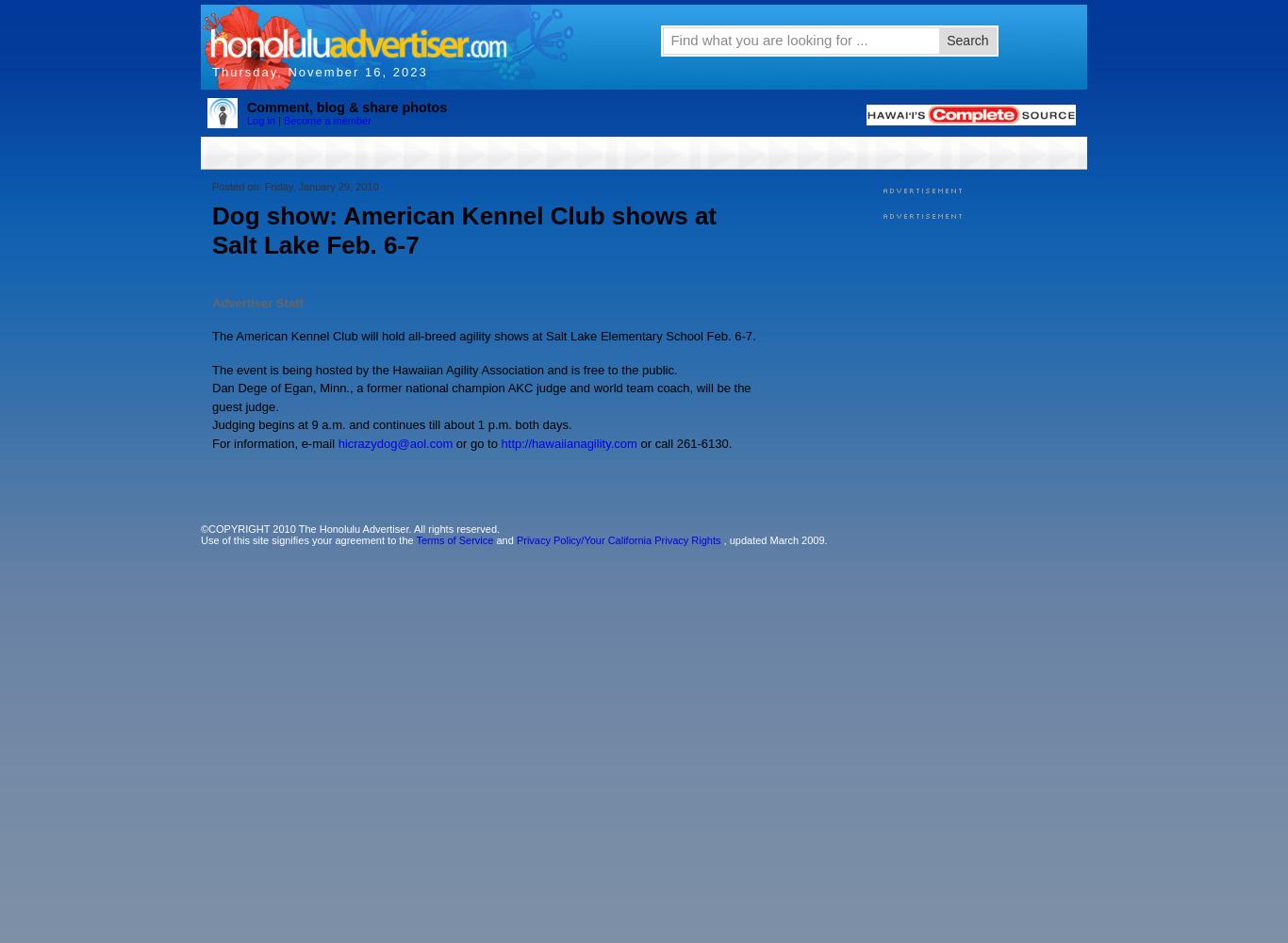 The width and height of the screenshot is (1288, 943). I want to click on 'Terms of Service', so click(414, 539).